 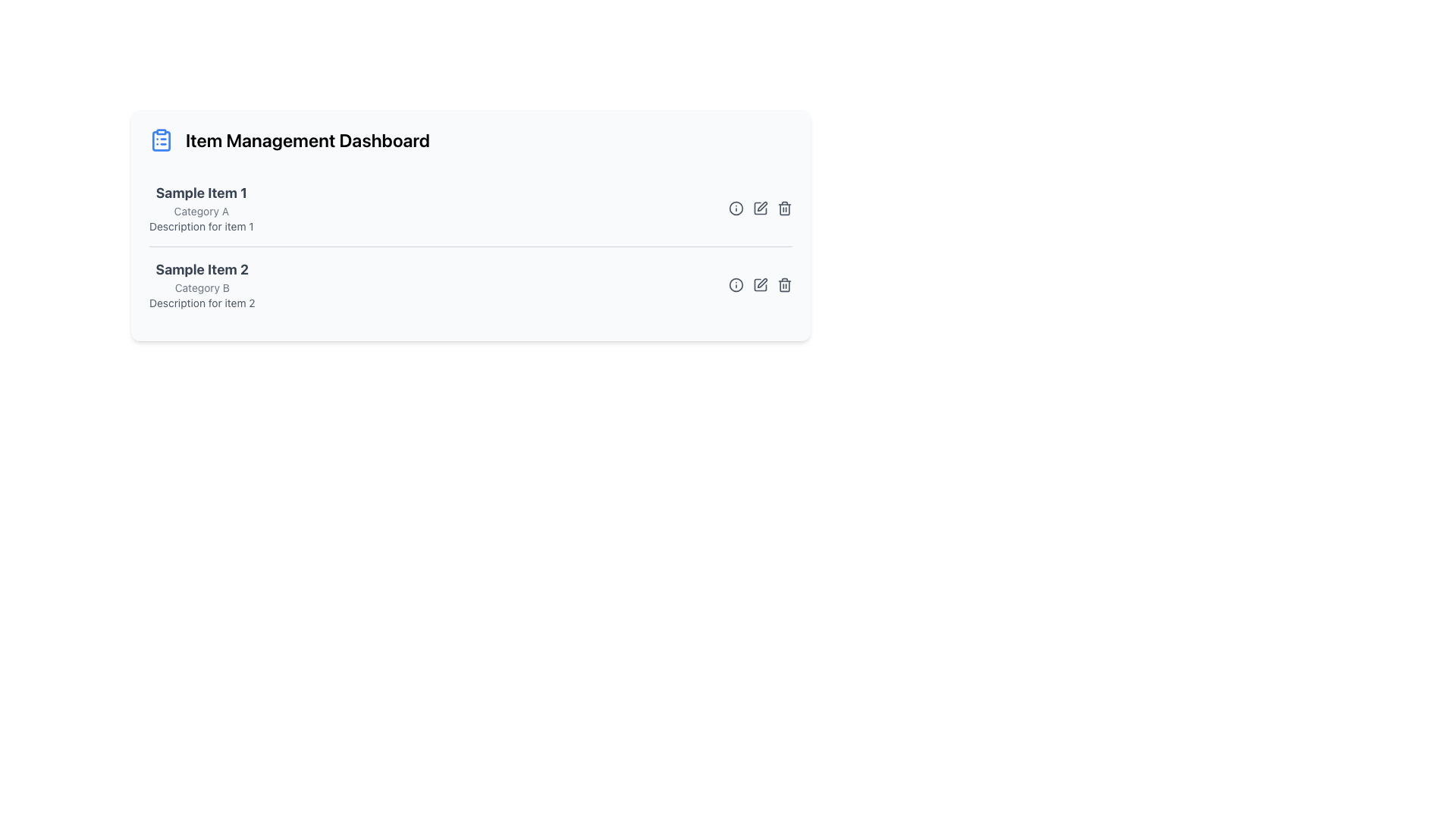 I want to click on the edit button icon located to the right of 'Sample Item 1' to change its color, so click(x=761, y=208).